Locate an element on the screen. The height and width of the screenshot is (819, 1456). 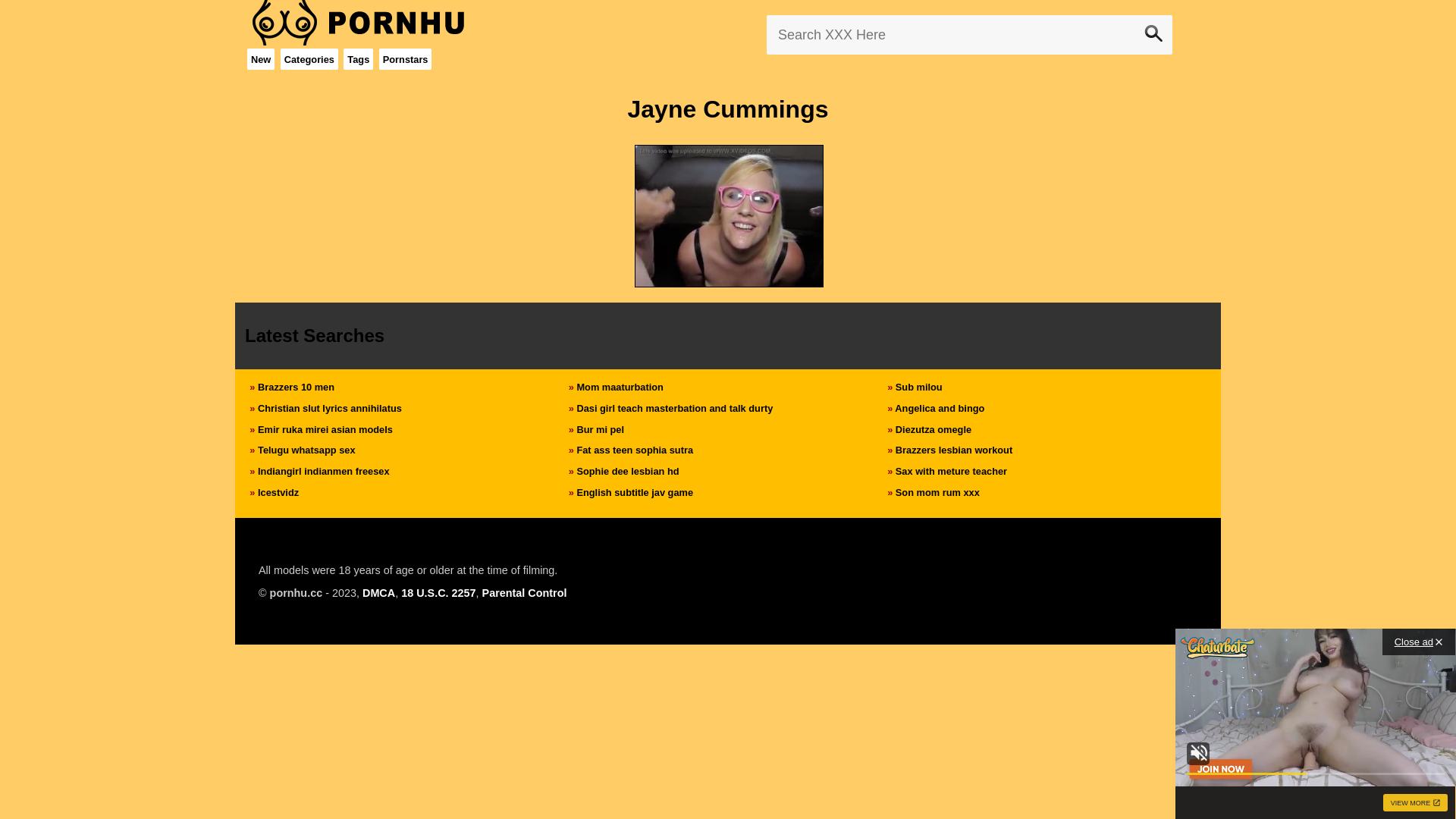
'18 U.S.C. 2257' is located at coordinates (437, 592).